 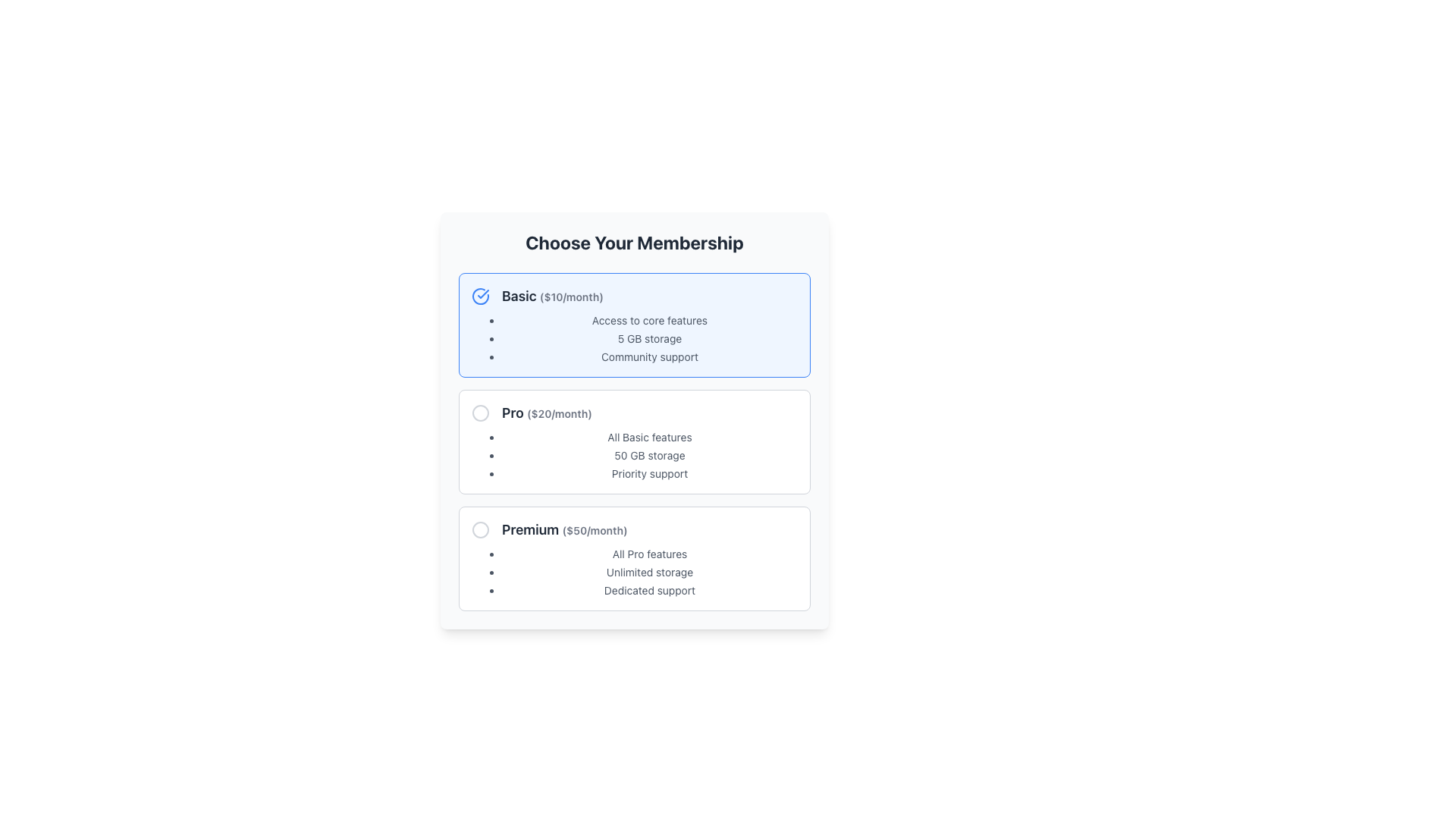 What do you see at coordinates (650, 573) in the screenshot?
I see `the text label displaying 'Unlimited storage' in gray font, which is the second item in the bulleted list of the 'Premium ($50/month)' feature description panel` at bounding box center [650, 573].